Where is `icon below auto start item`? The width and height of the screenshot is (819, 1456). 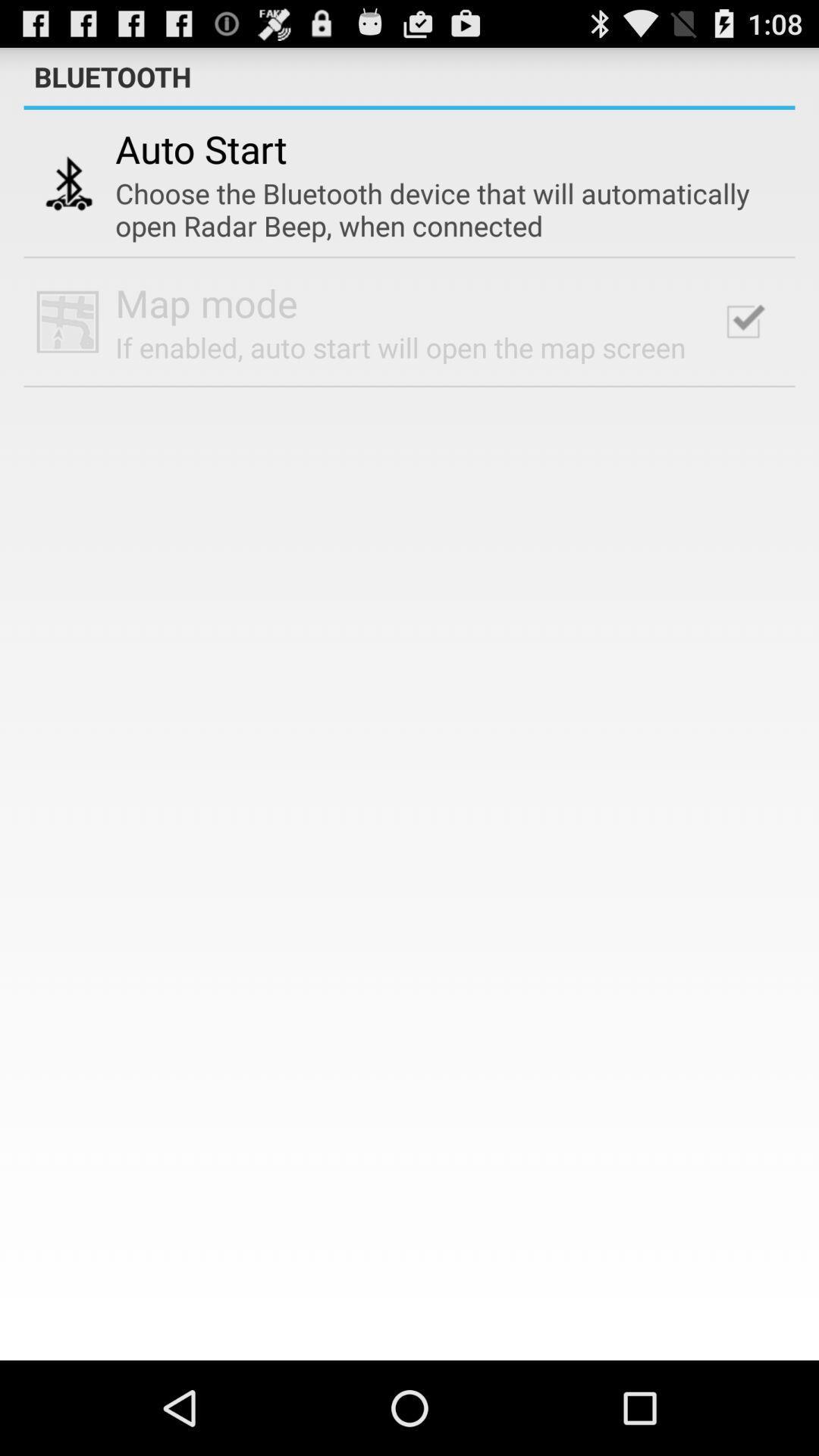
icon below auto start item is located at coordinates (439, 209).